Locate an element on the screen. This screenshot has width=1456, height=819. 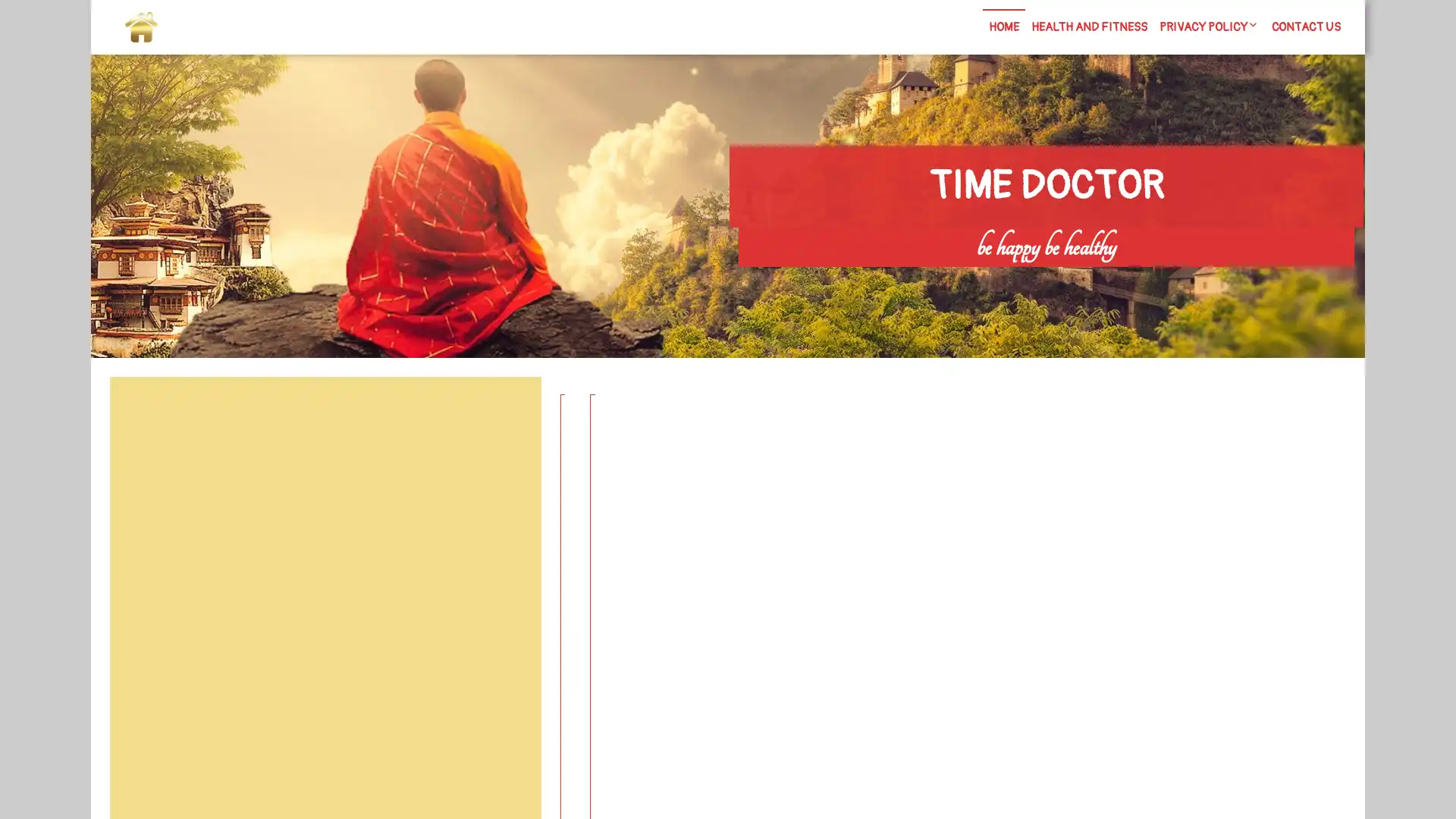
Search is located at coordinates (506, 413).